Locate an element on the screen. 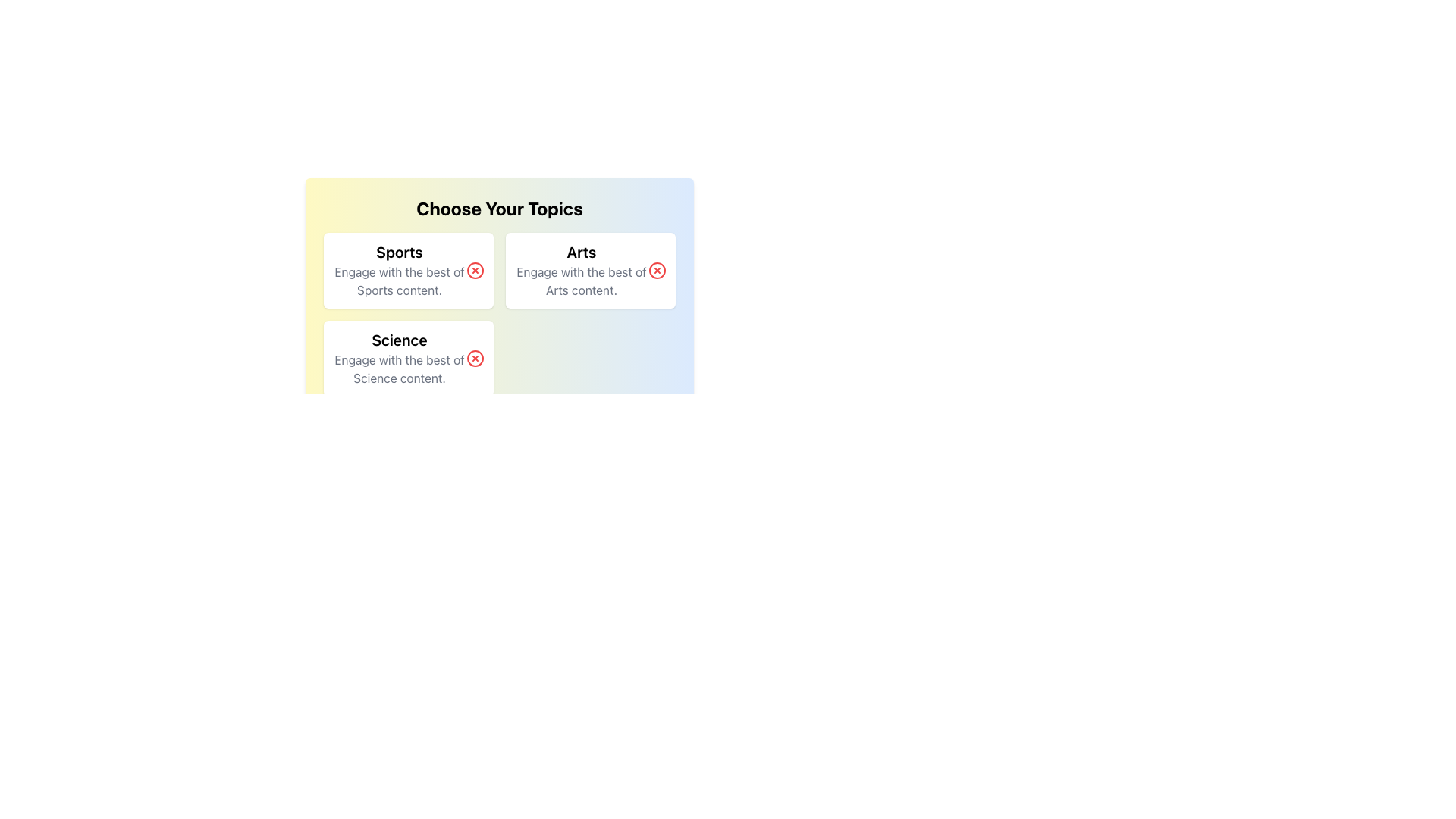  the text block titled 'Science' within the card UI component, which contains a subtitle about engaging with science content is located at coordinates (400, 359).